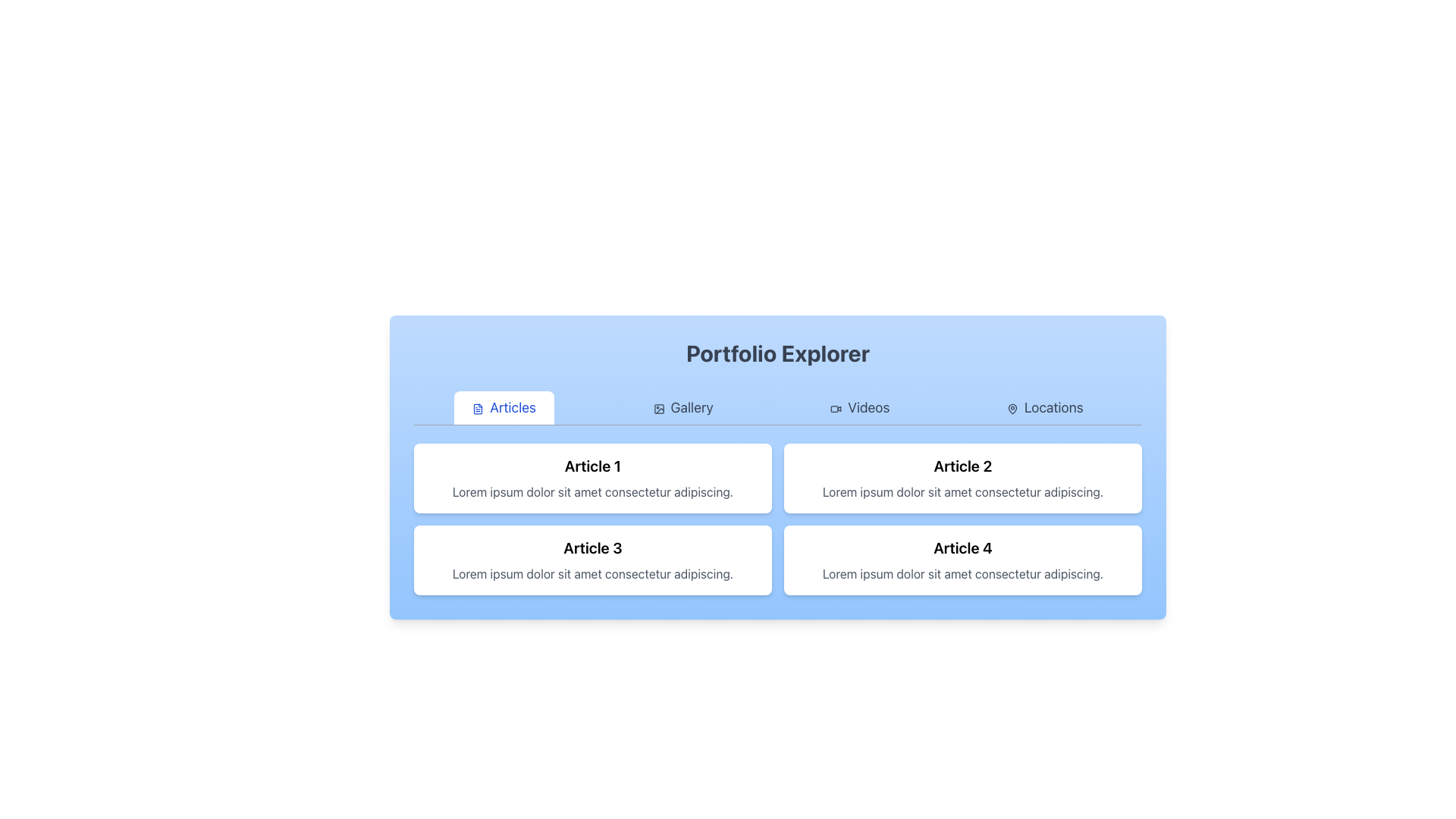  I want to click on the map pin icon representing the 'Locations' tab in the Portfolio Explorer interface, so click(1012, 408).